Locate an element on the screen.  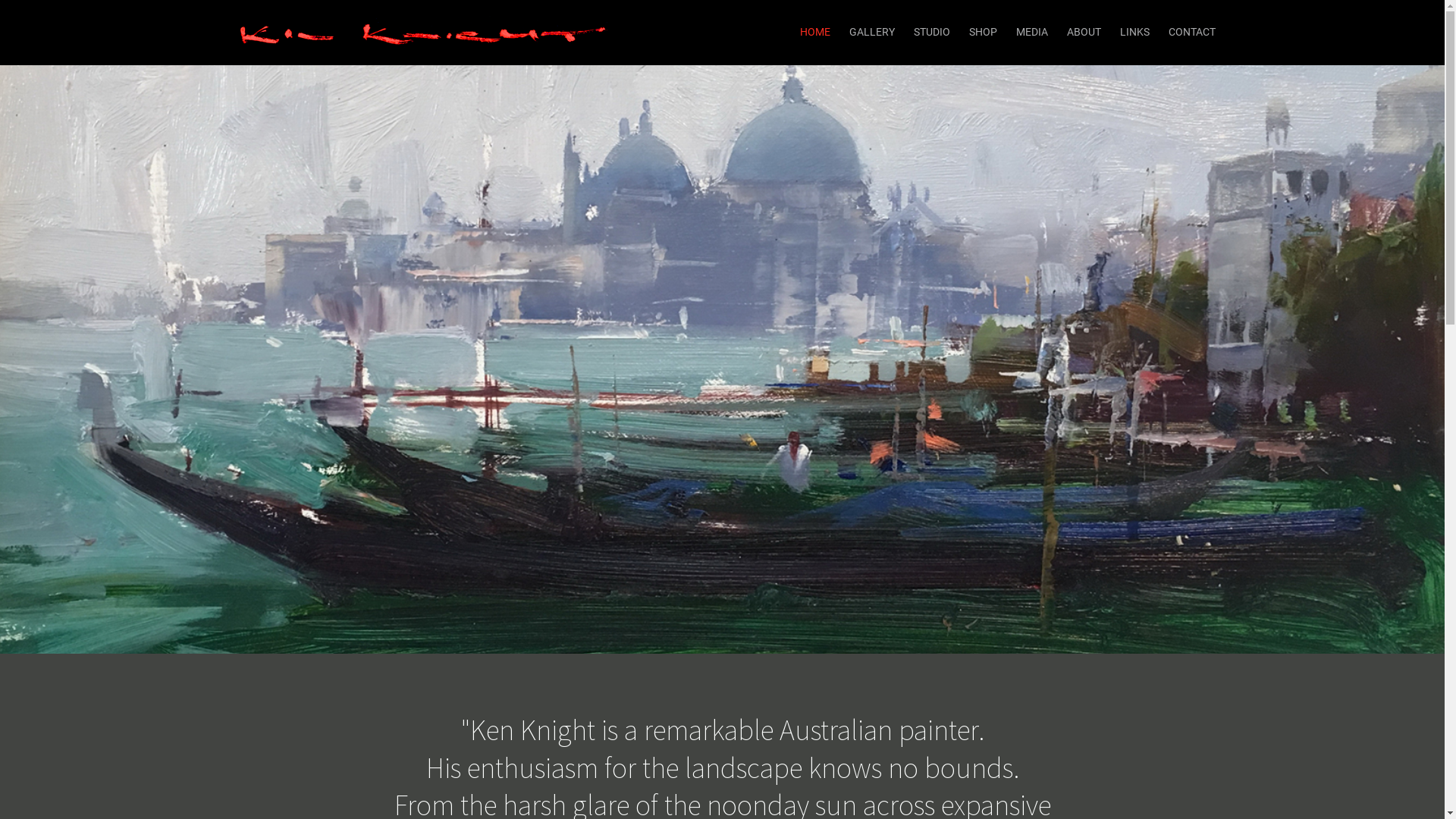
'LINKS' is located at coordinates (1119, 32).